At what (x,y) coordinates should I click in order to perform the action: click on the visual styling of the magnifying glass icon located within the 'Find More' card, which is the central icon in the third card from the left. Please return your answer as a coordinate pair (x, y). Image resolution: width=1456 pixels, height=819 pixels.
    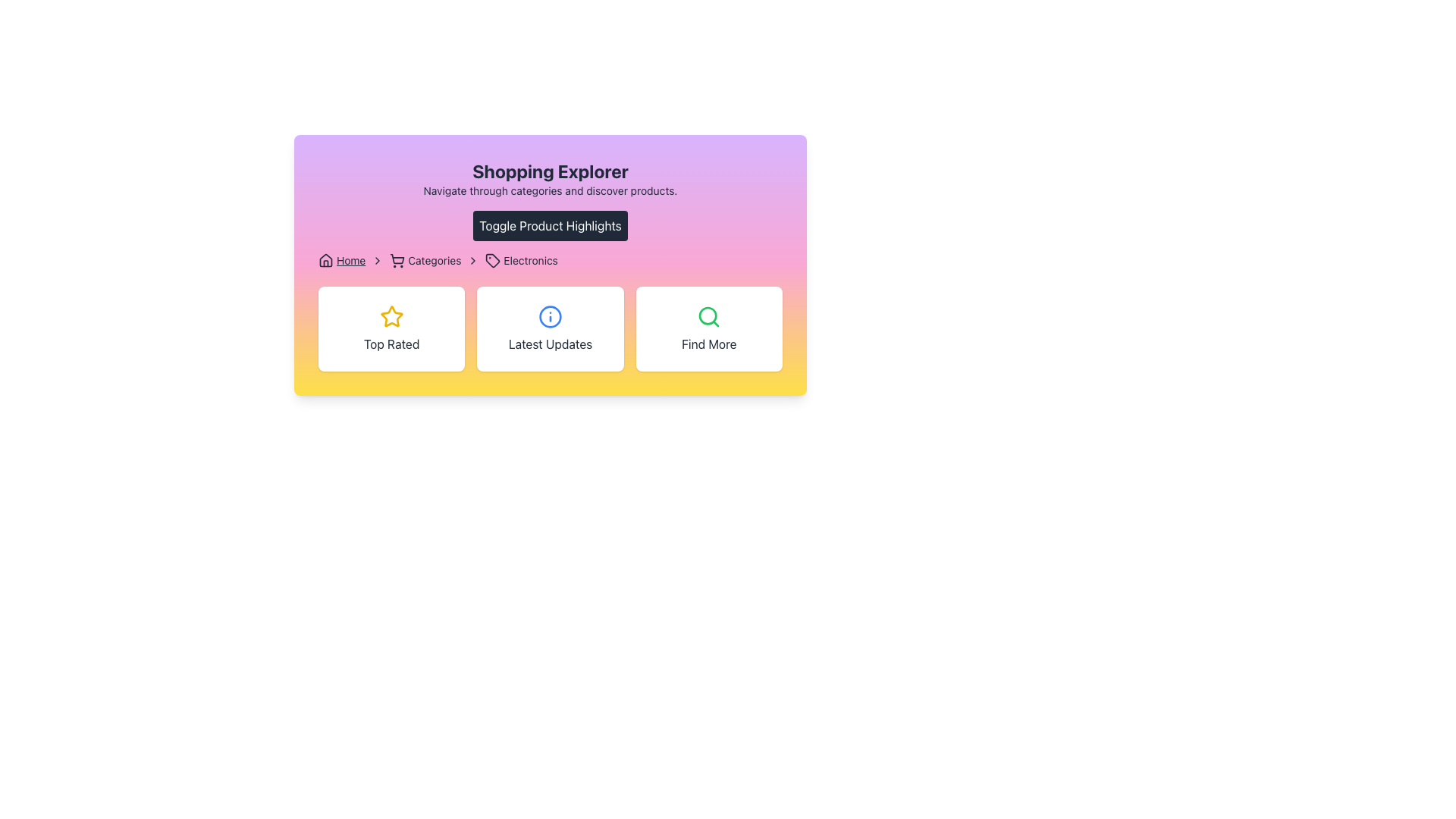
    Looking at the image, I should click on (708, 315).